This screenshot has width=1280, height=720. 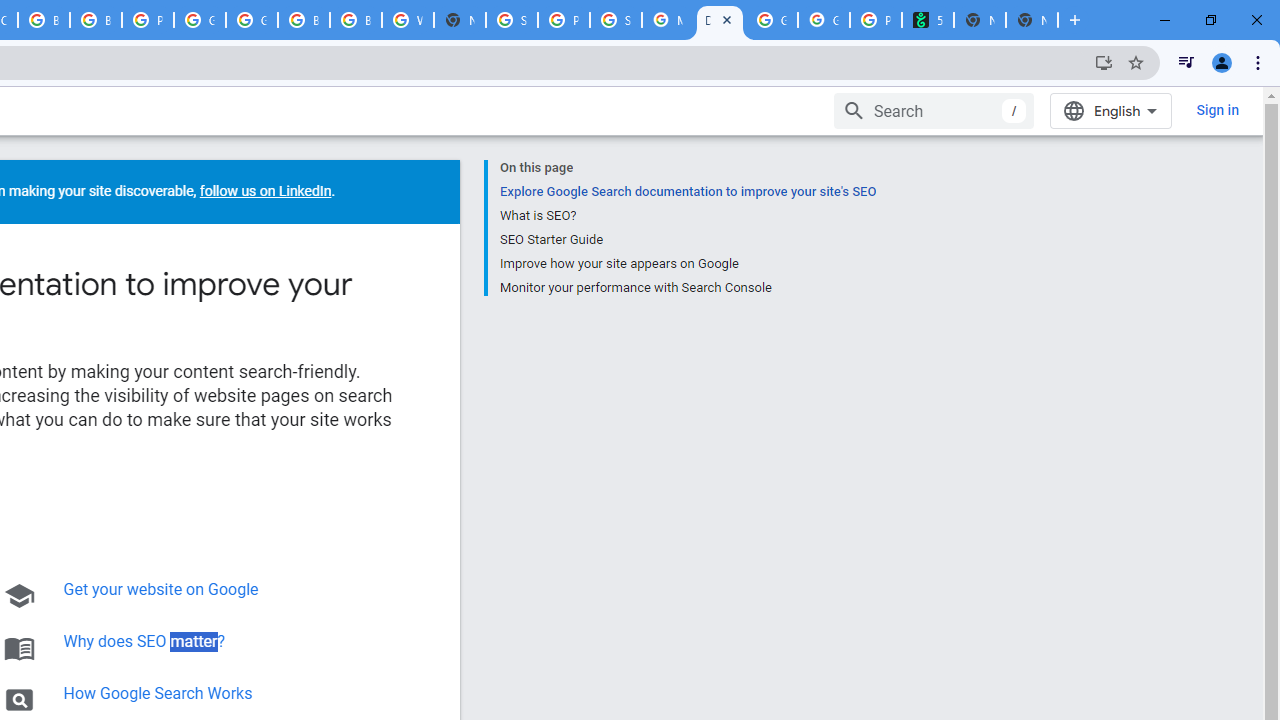 What do you see at coordinates (687, 285) in the screenshot?
I see `'Monitor your performance with Search Console'` at bounding box center [687, 285].